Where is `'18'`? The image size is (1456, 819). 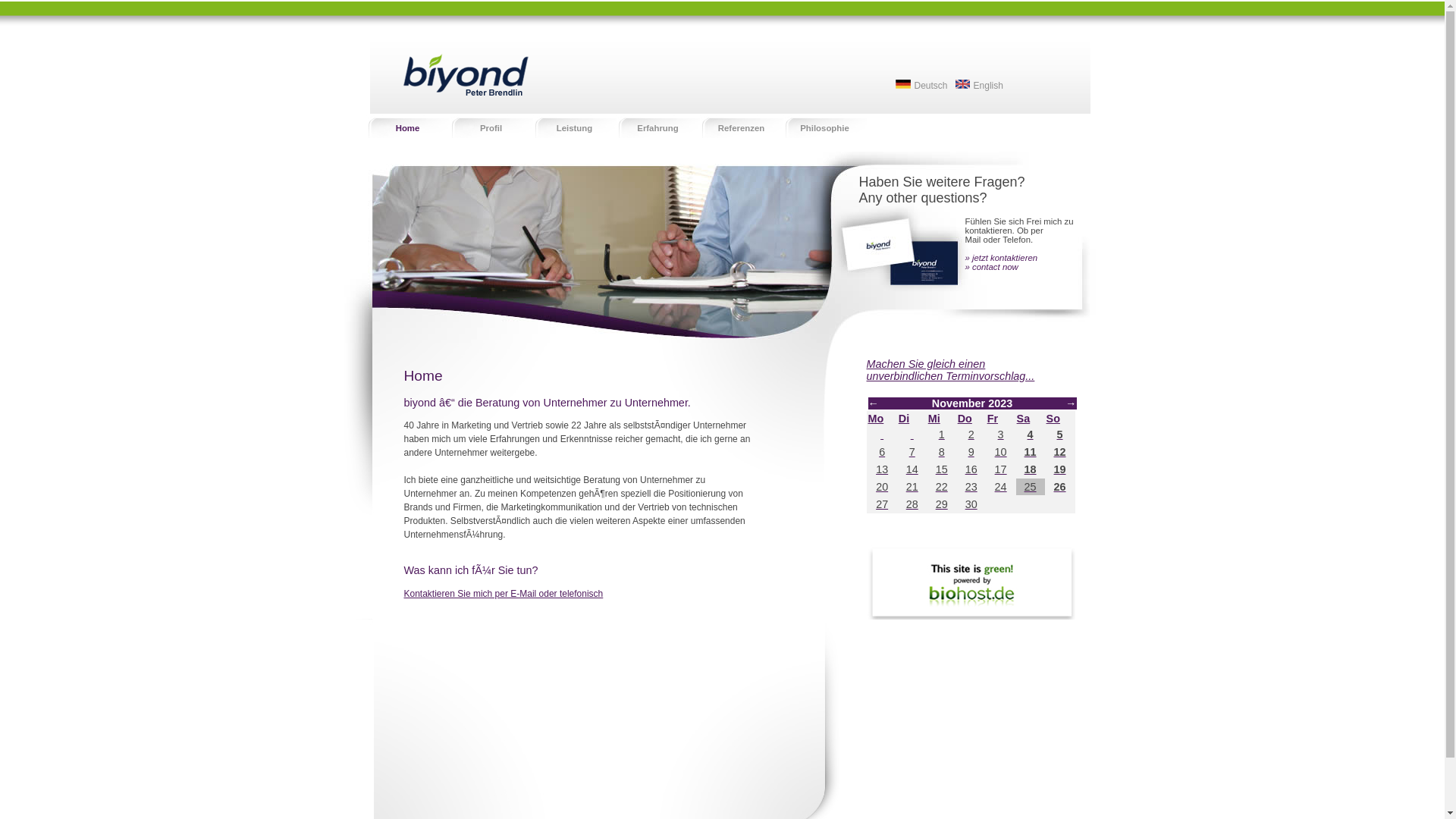
'18' is located at coordinates (1030, 468).